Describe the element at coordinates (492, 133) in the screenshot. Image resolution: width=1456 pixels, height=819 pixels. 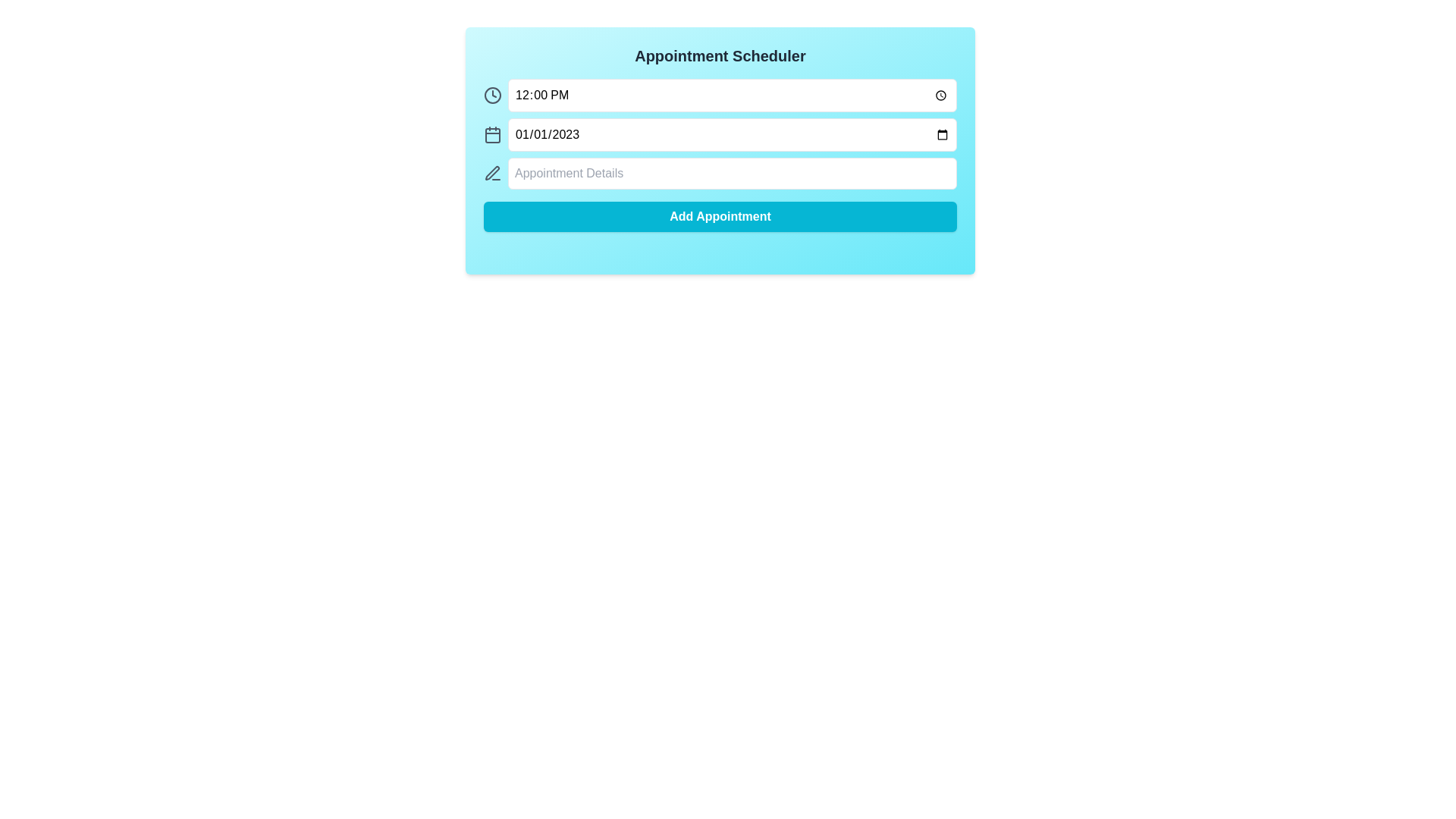
I see `the icon located to the left of the date input field, which is associated with the date selection functionality` at that location.